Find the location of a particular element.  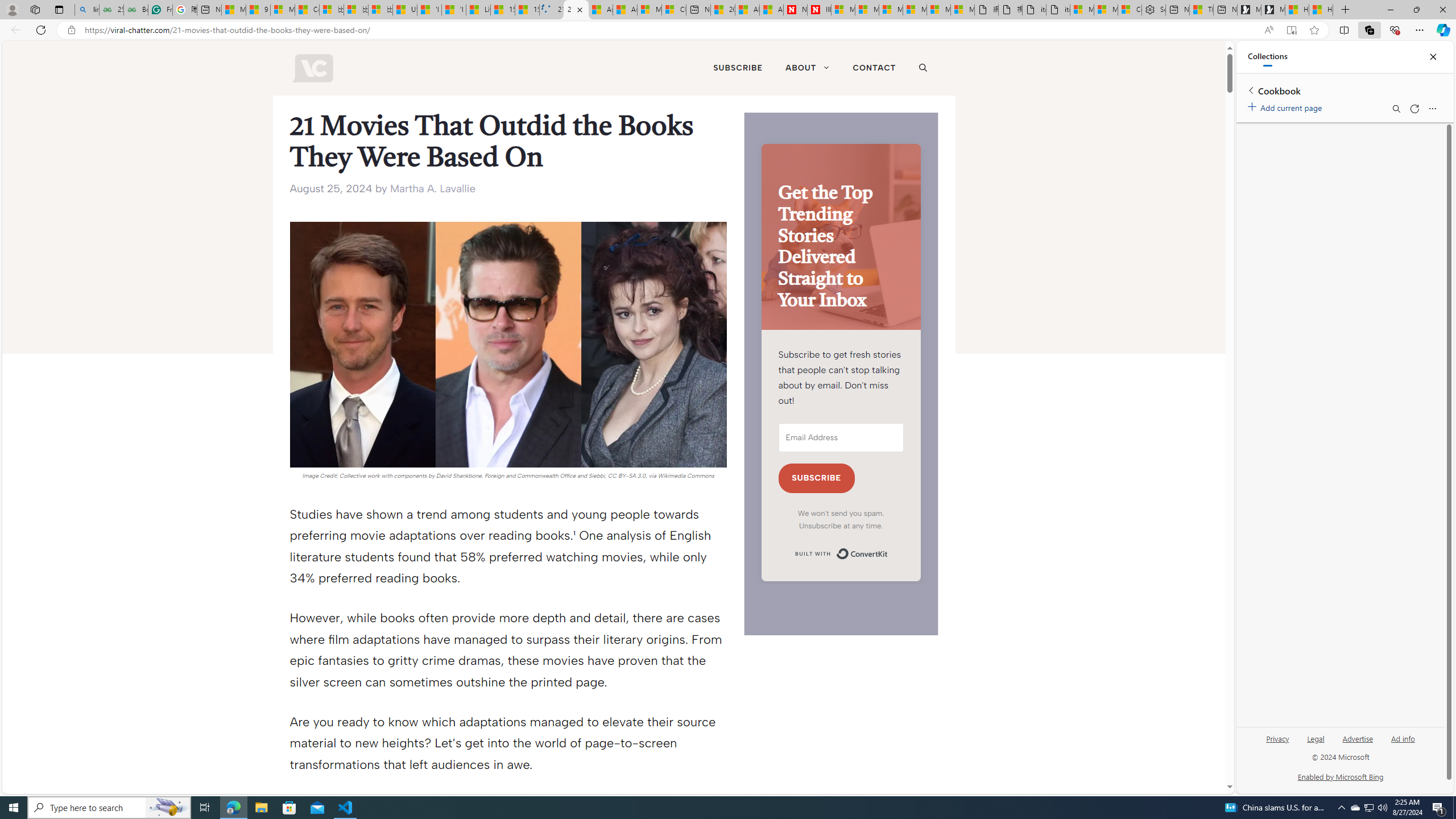

'SUBSCRIBE' is located at coordinates (816, 478).